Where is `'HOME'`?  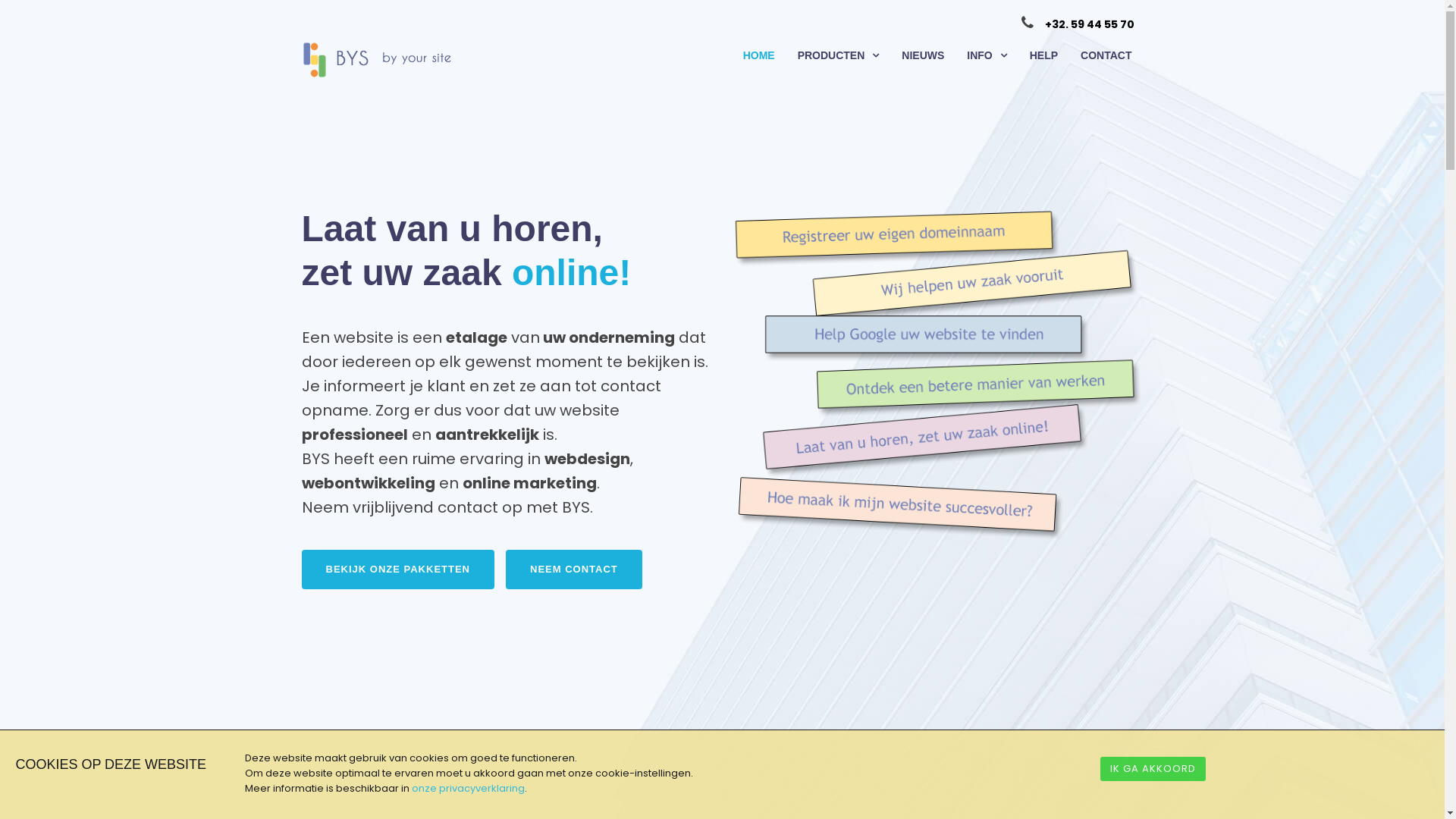 'HOME' is located at coordinates (759, 55).